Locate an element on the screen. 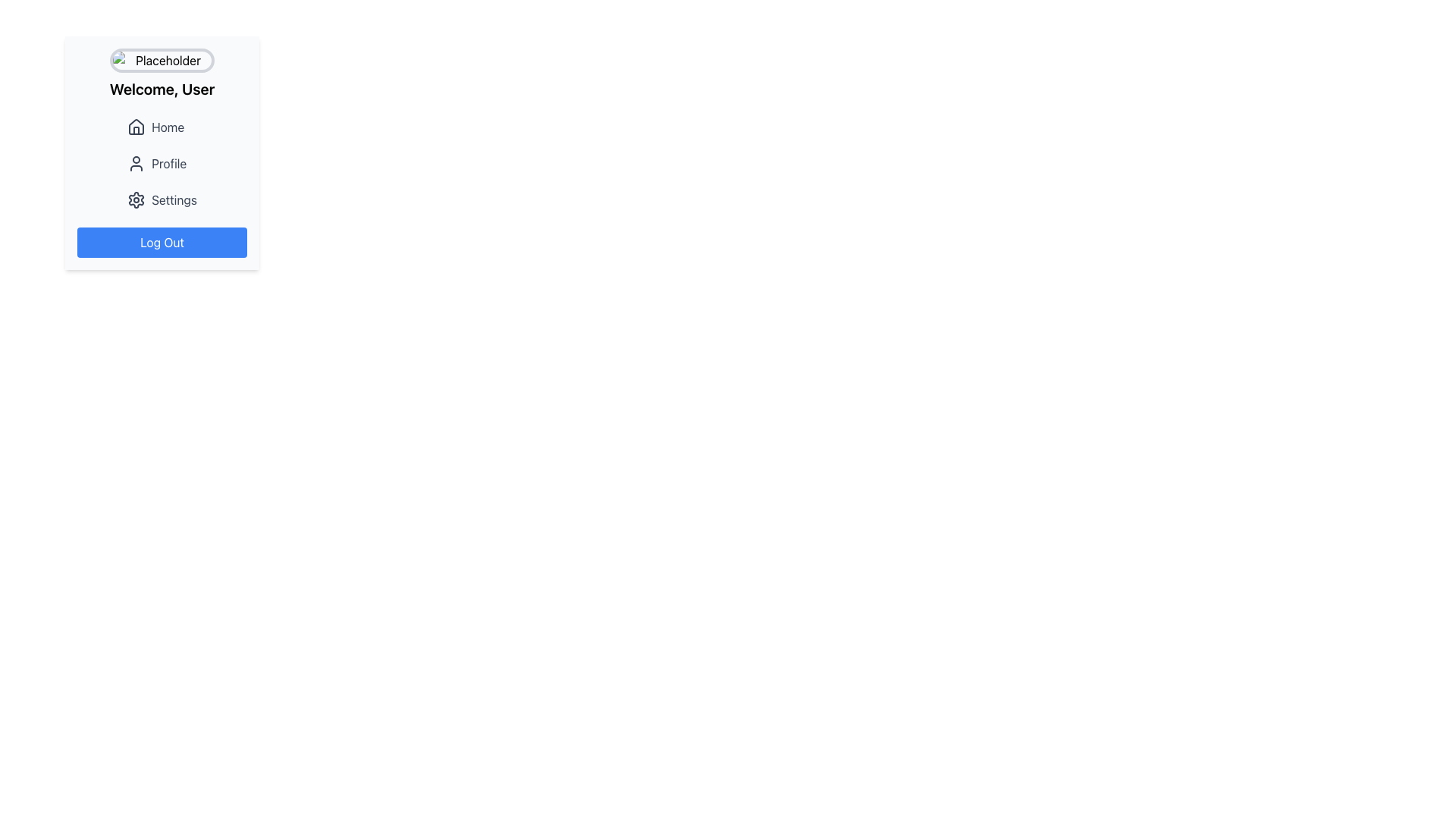 Image resolution: width=1456 pixels, height=819 pixels. the user icon, which is a minimalistic outline with a circular head and rounded body, located to the left of the 'Profile' text is located at coordinates (136, 164).